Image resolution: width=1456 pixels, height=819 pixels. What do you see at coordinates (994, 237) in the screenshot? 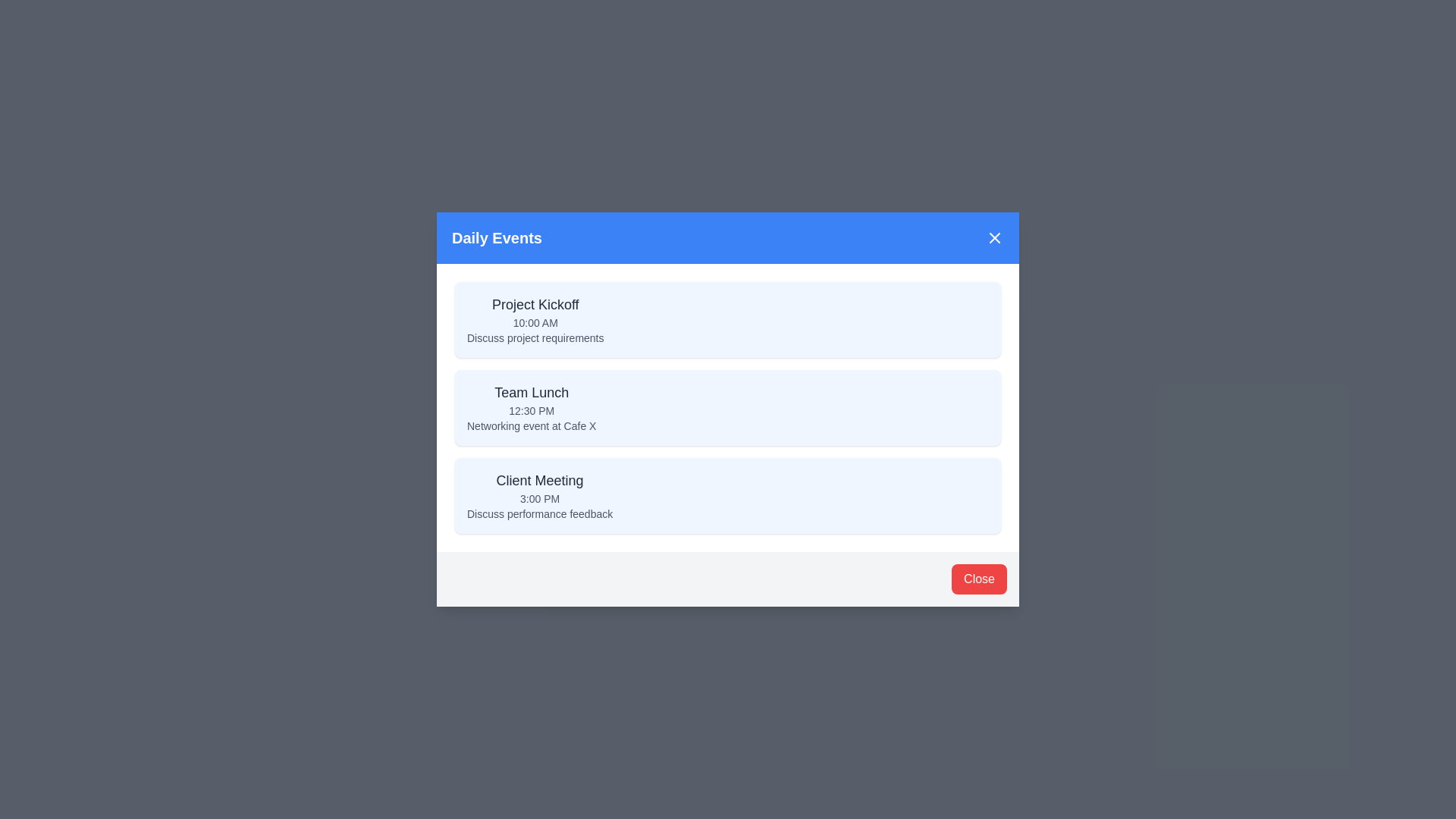
I see `the close button in the header of the EventManagerDialog` at bounding box center [994, 237].